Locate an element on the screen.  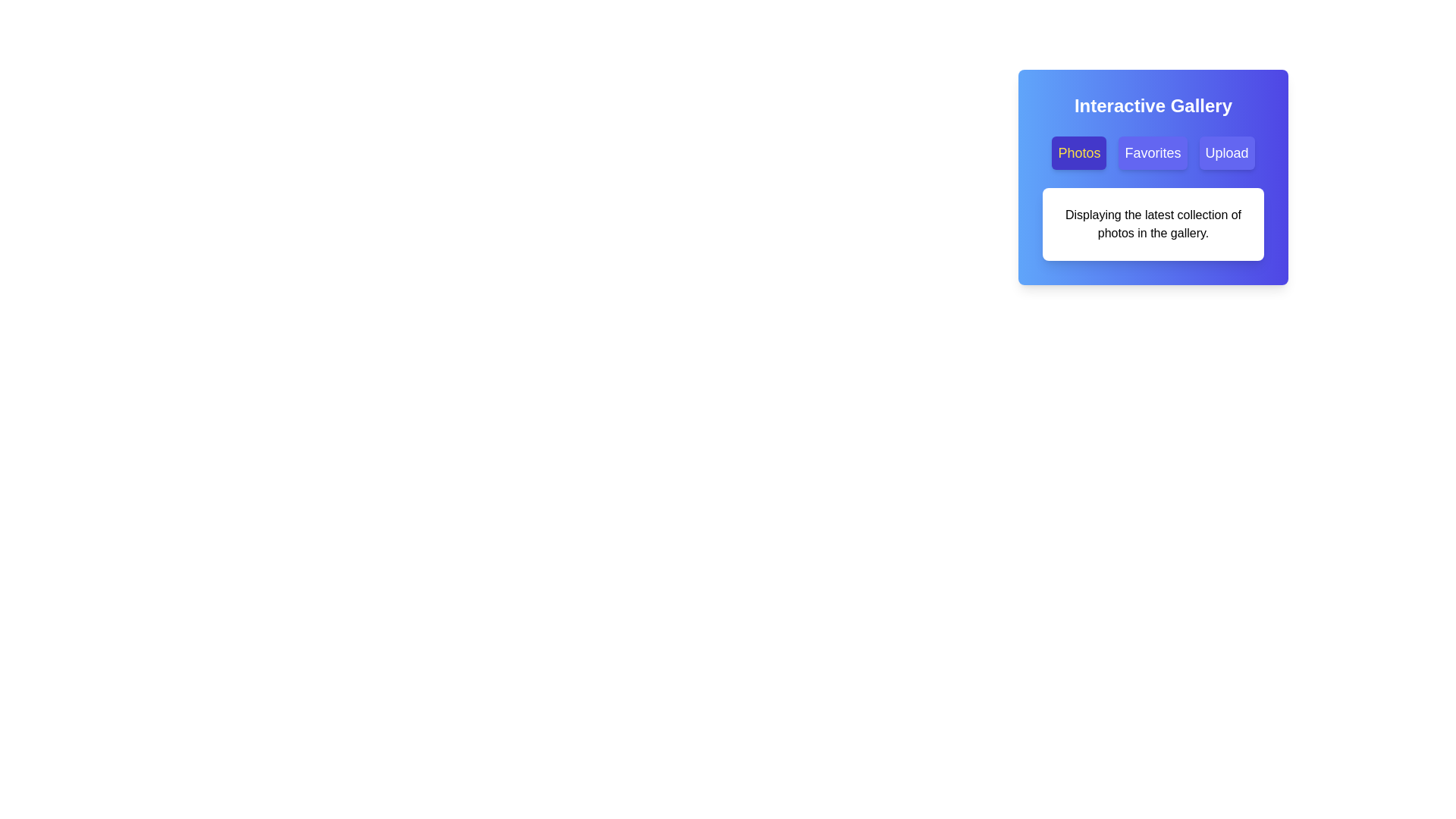
the 'Photos' button, which is a rectangular button with bold yellow text on a vivid indigo-blue background, located below the header 'Interactive Gallery' is located at coordinates (1078, 152).